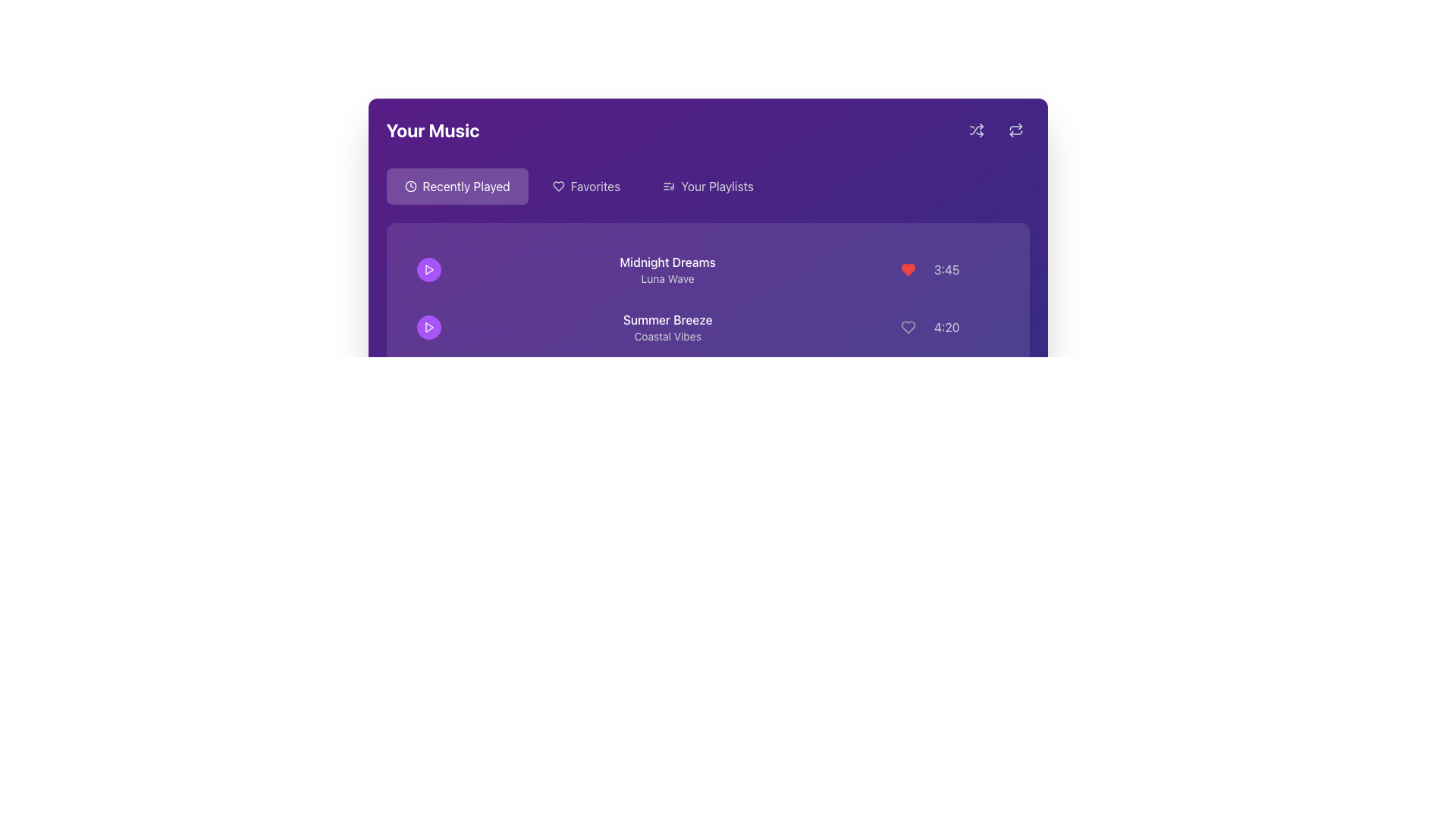  I want to click on the red heart-shaped button next to the song 'Midnight Dreams', so click(908, 268).